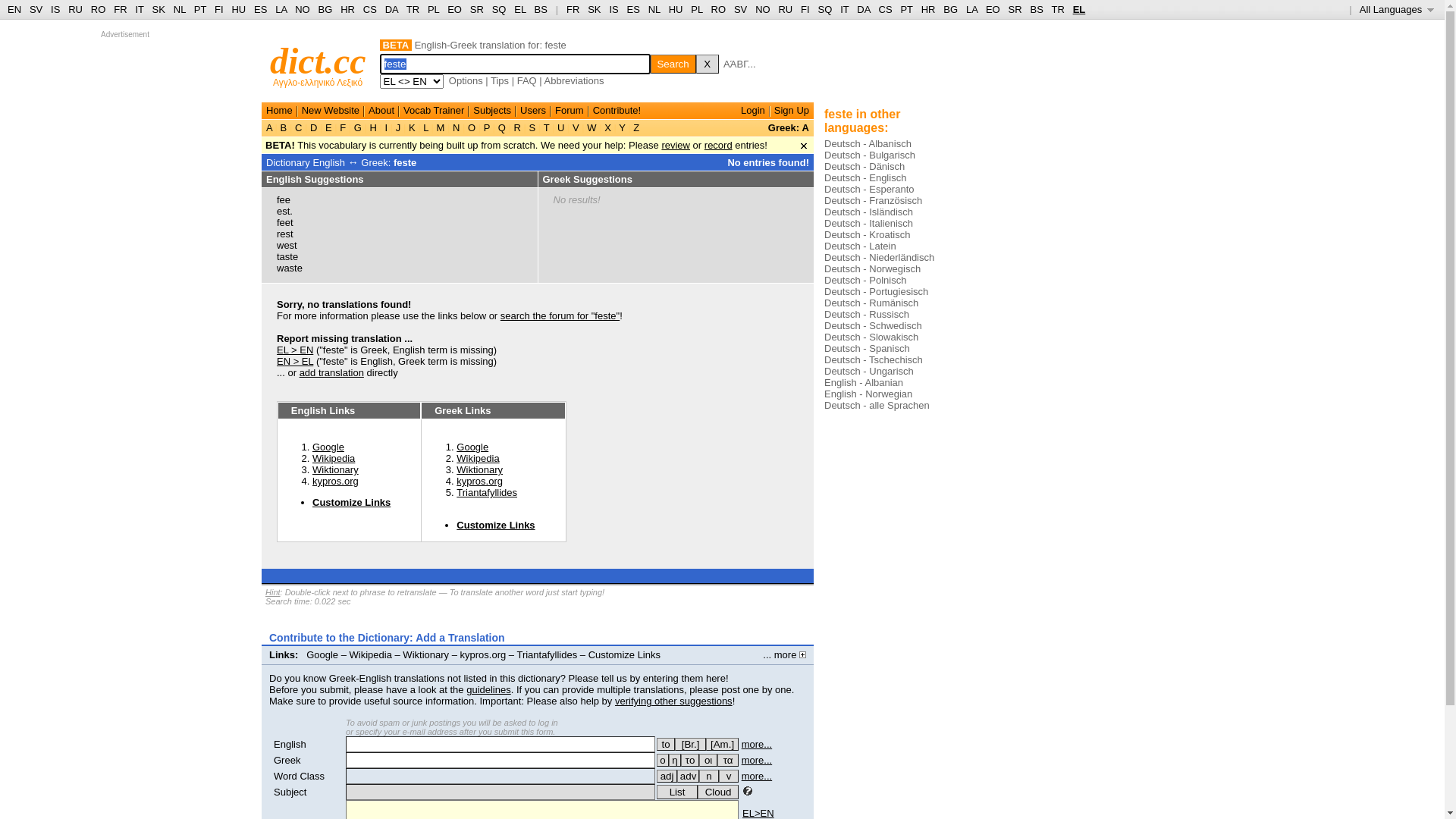  Describe the element at coordinates (273, 591) in the screenshot. I see `'Hint'` at that location.